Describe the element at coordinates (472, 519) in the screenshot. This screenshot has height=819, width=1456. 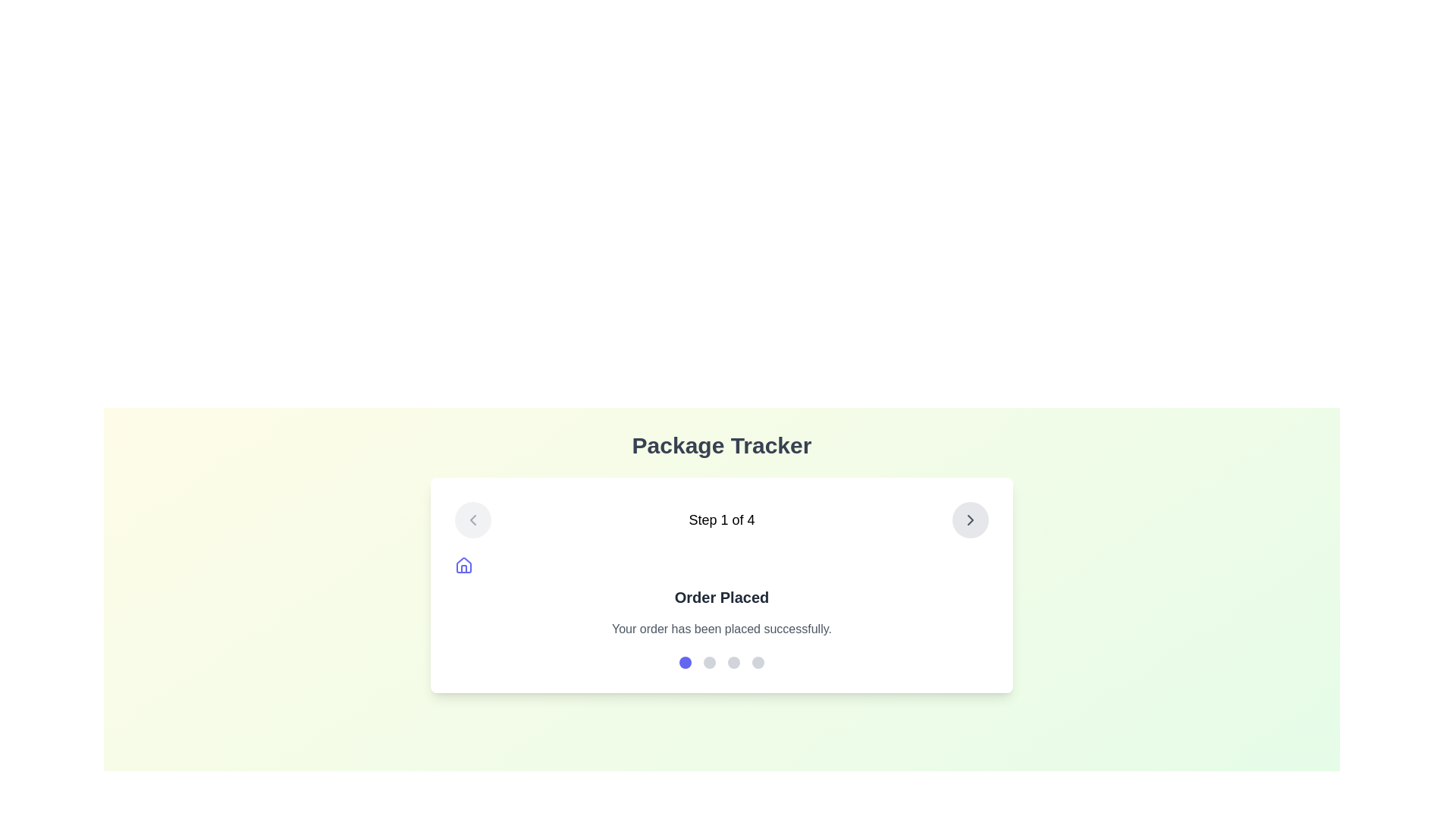
I see `the leftmost circular button with a light gray background and a left-pointing chevron icon` at that location.